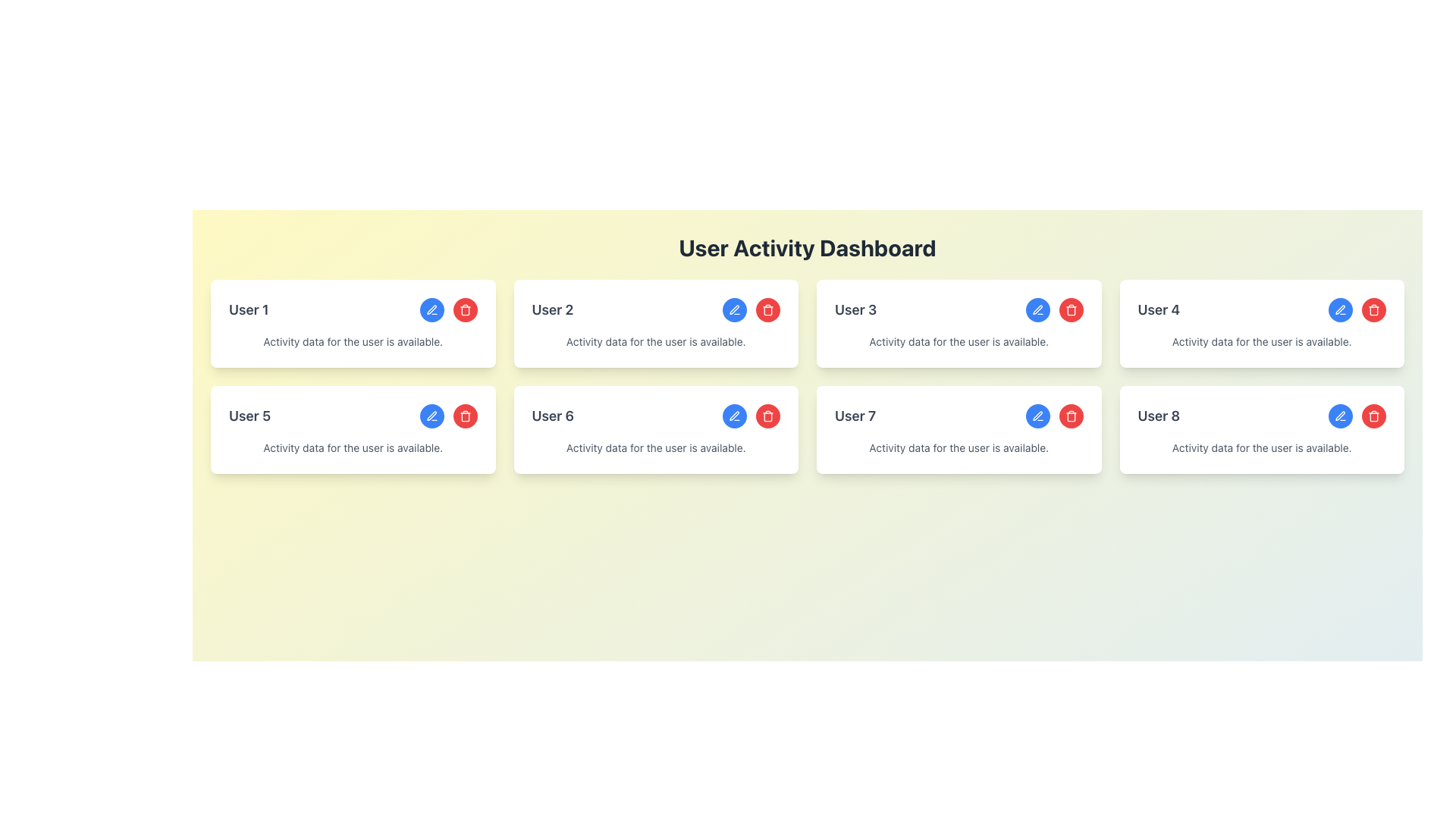 This screenshot has width=1456, height=819. What do you see at coordinates (1373, 416) in the screenshot?
I see `the delete button located at the top right corner of the user activity card for 'User 8'` at bounding box center [1373, 416].